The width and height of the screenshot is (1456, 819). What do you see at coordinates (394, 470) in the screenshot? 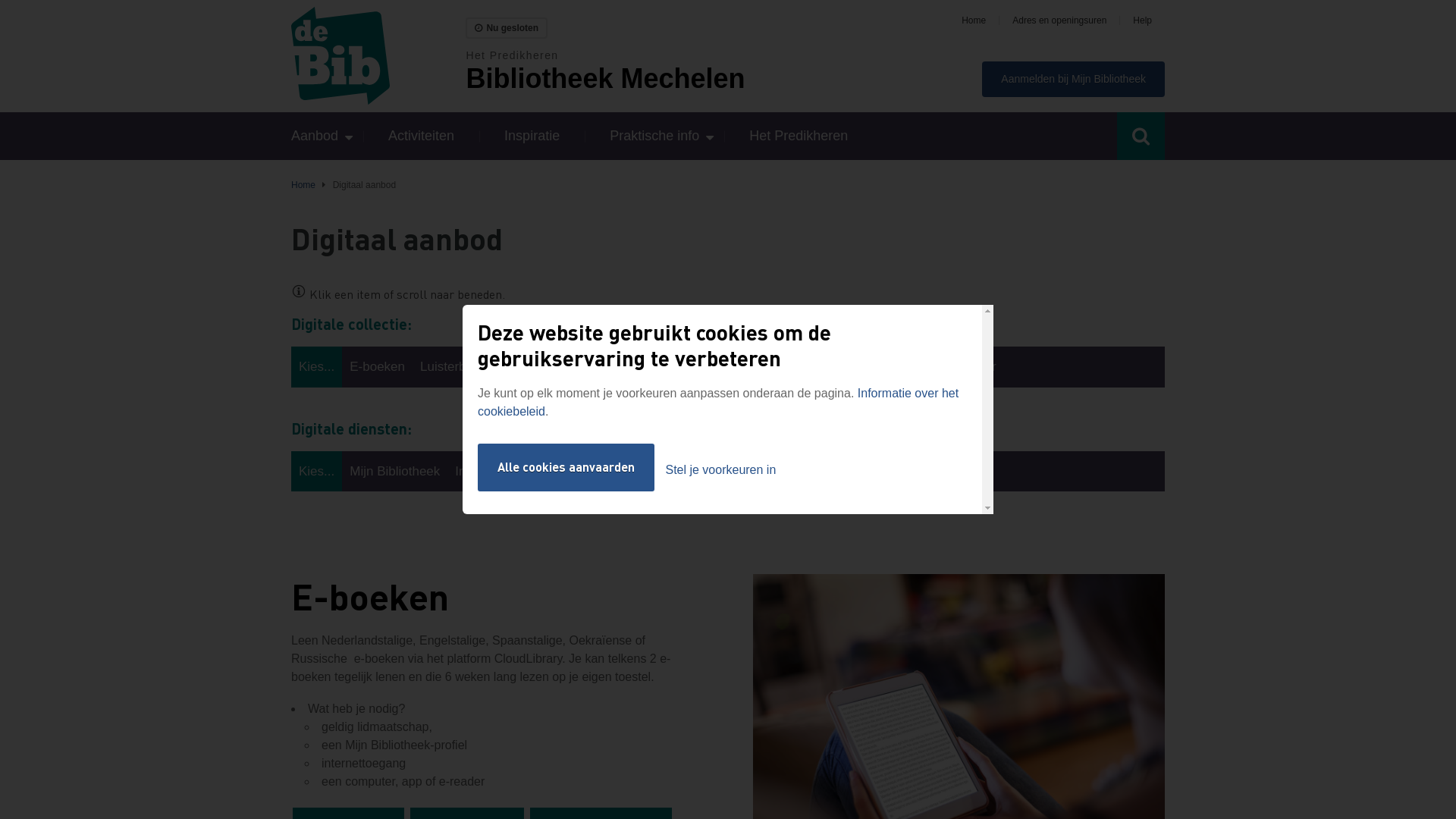
I see `'Mijn Bibliotheek'` at bounding box center [394, 470].